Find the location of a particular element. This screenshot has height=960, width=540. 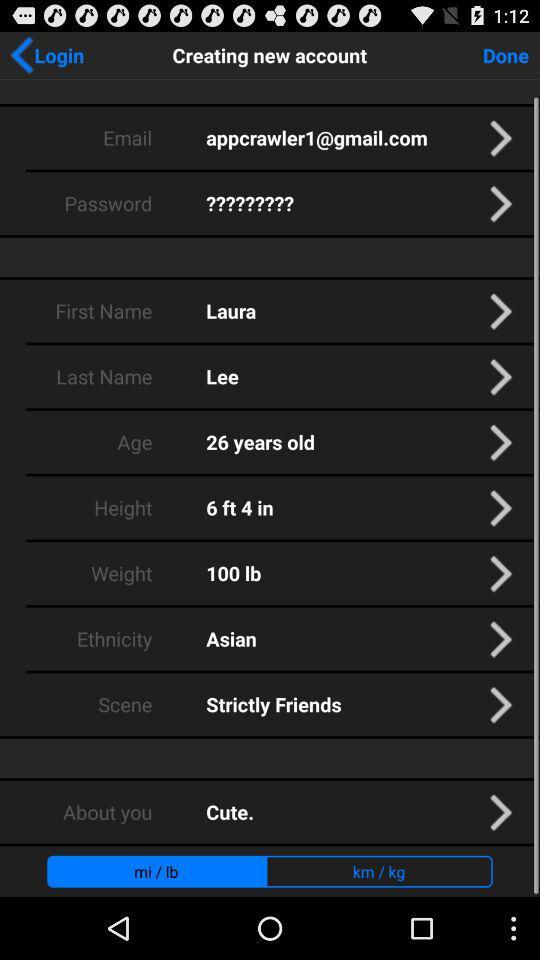

the app next to the creating new account icon is located at coordinates (46, 54).